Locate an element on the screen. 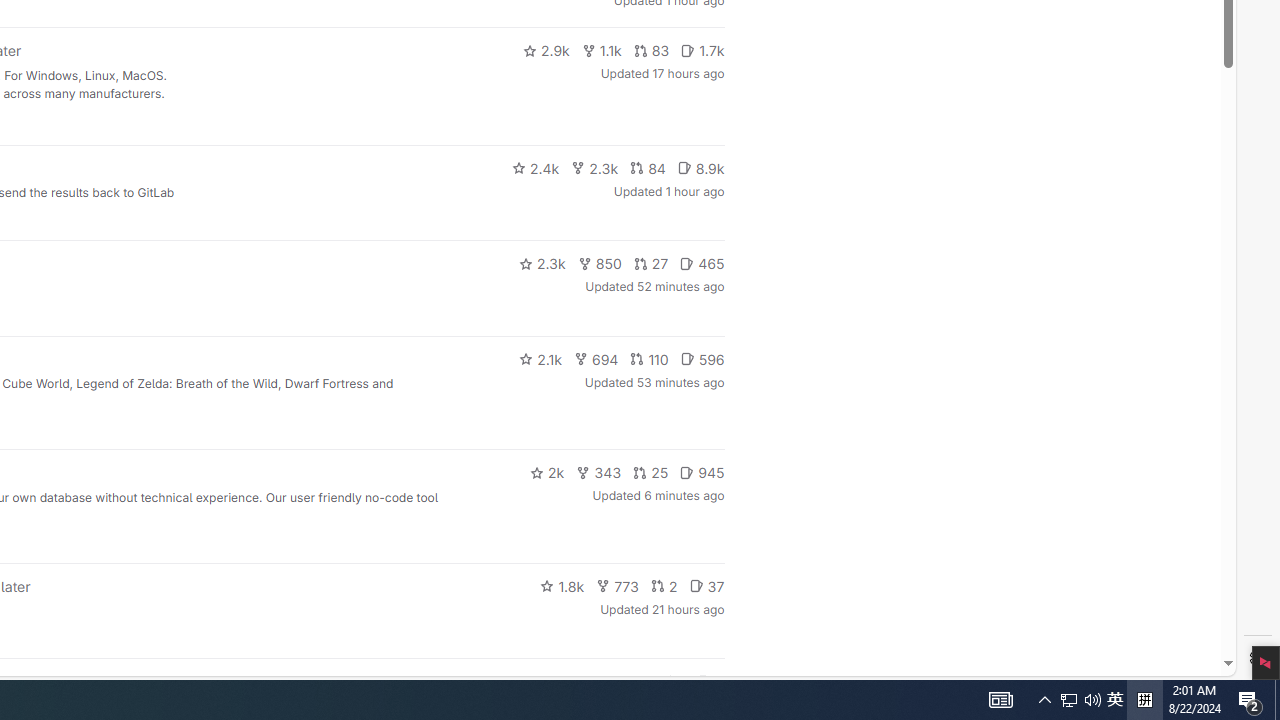 Image resolution: width=1280 pixels, height=720 pixels. '1.7k' is located at coordinates (702, 50).